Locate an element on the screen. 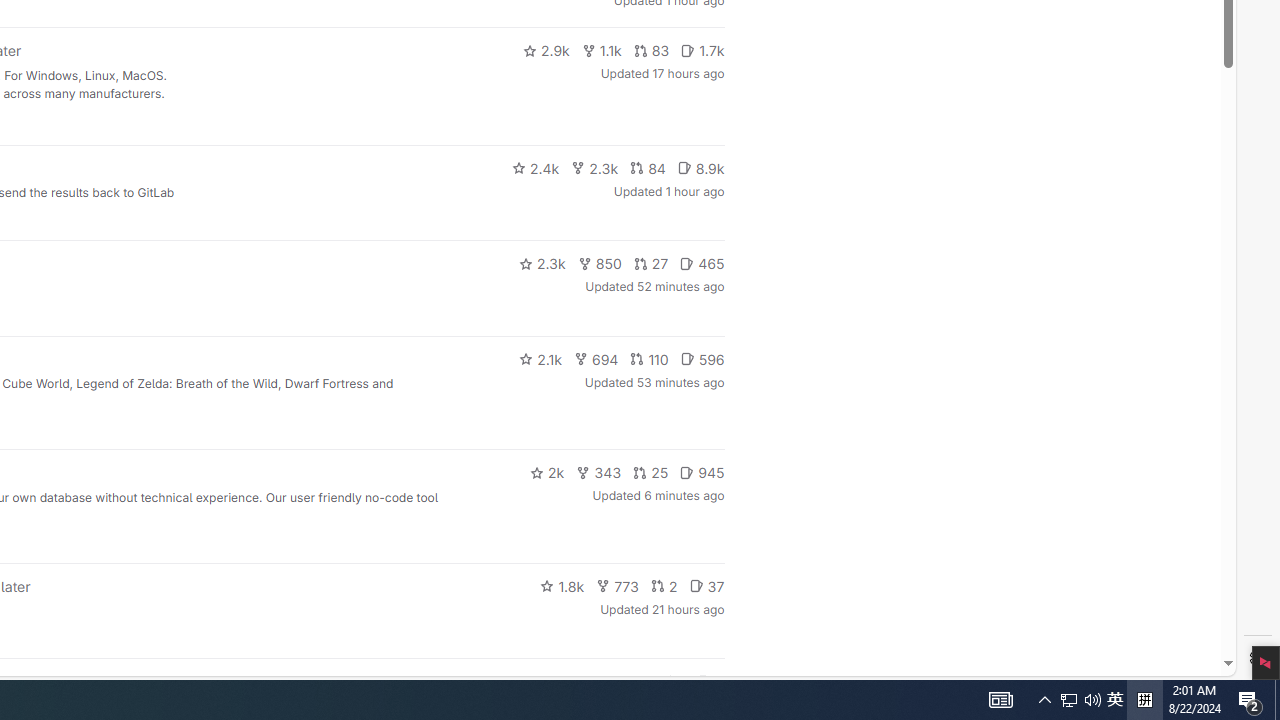 Image resolution: width=1280 pixels, height=720 pixels. '1.7k' is located at coordinates (702, 50).